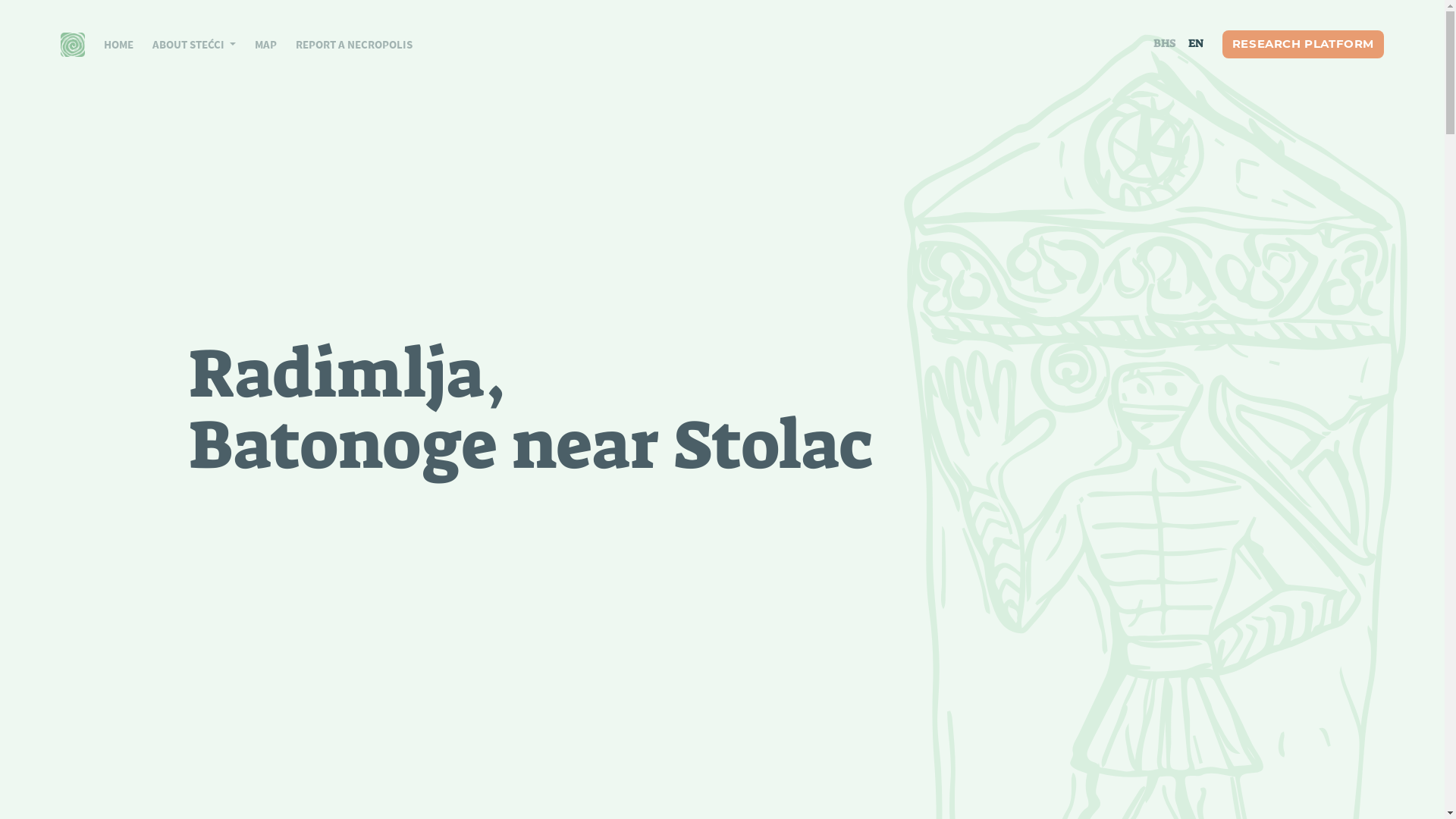 Image resolution: width=1456 pixels, height=819 pixels. Describe the element at coordinates (256, 43) in the screenshot. I see `'MAP'` at that location.